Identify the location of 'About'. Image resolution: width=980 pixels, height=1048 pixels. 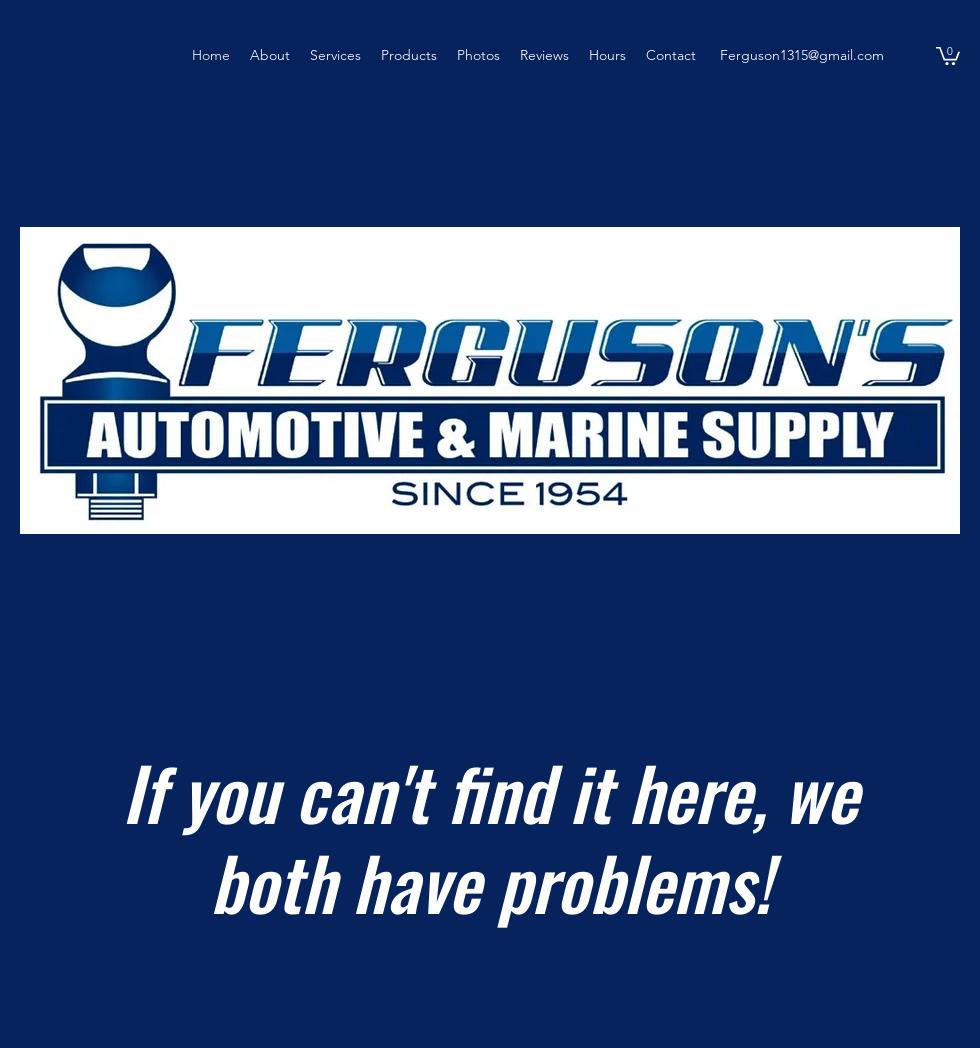
(269, 55).